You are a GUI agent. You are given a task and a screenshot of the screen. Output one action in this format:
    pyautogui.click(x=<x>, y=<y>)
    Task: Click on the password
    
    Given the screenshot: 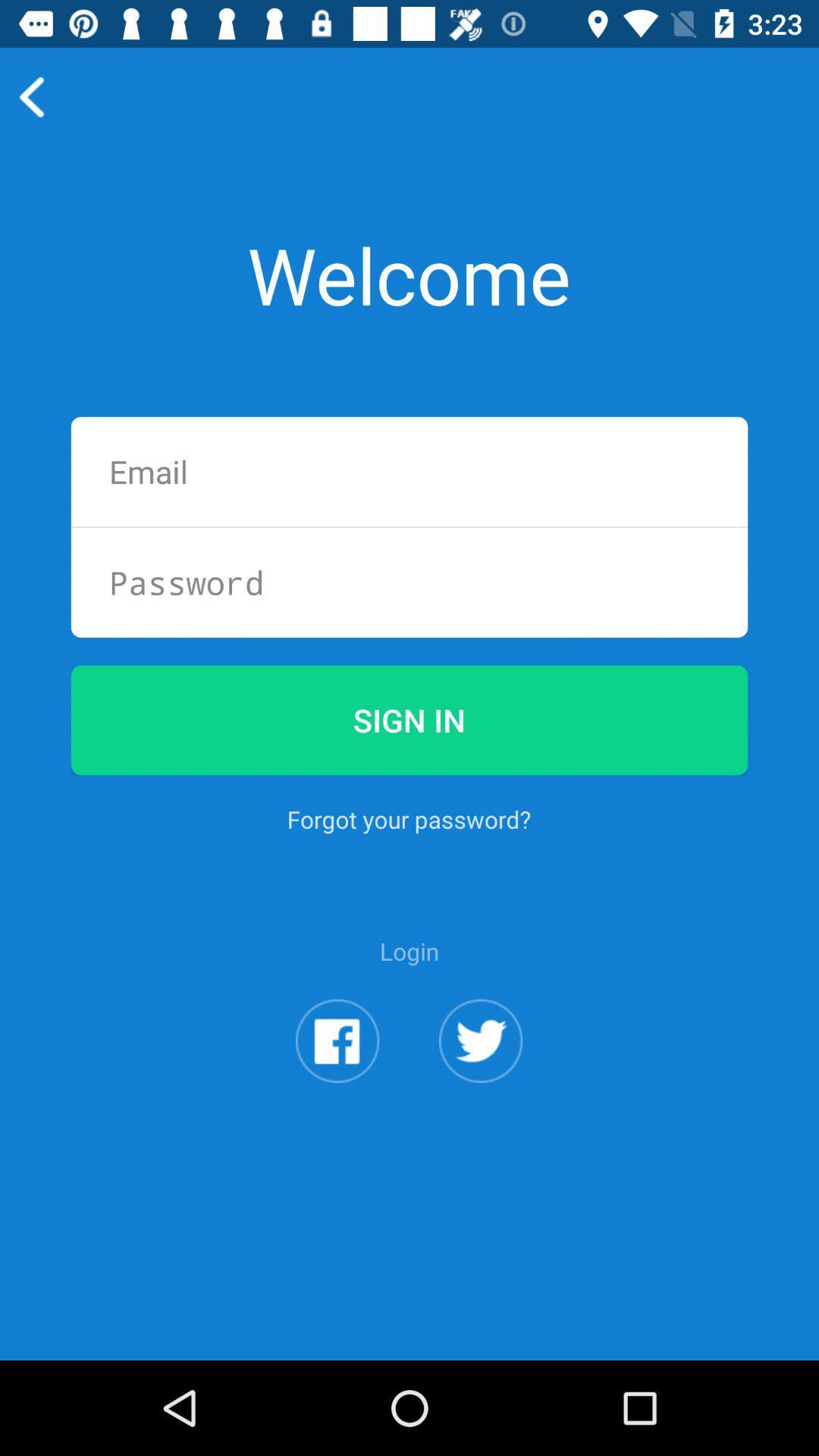 What is the action you would take?
    pyautogui.click(x=409, y=582)
    